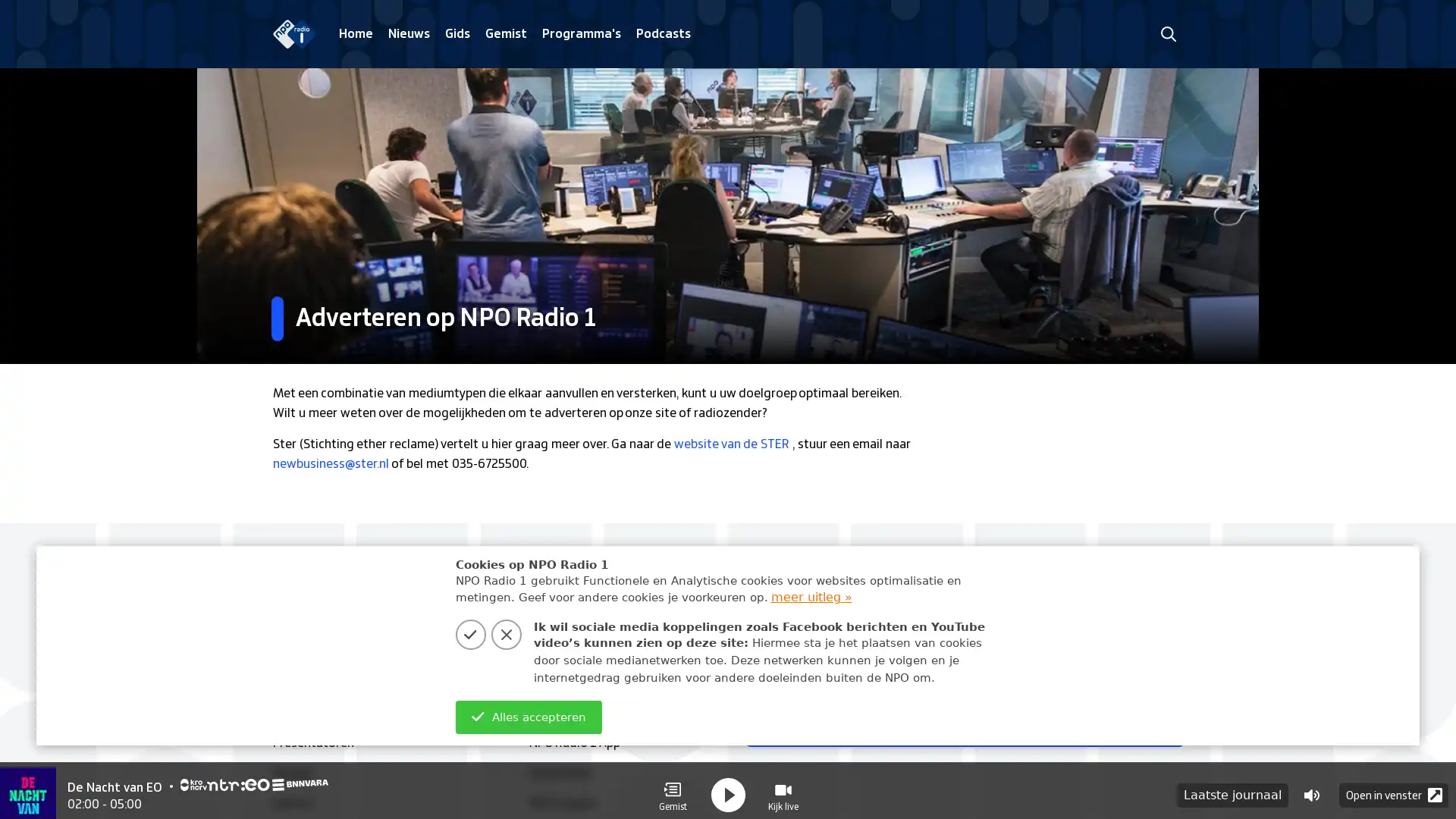 The height and width of the screenshot is (819, 1456). Describe the element at coordinates (783, 786) in the screenshot. I see `Visual Radio Kijk live` at that location.